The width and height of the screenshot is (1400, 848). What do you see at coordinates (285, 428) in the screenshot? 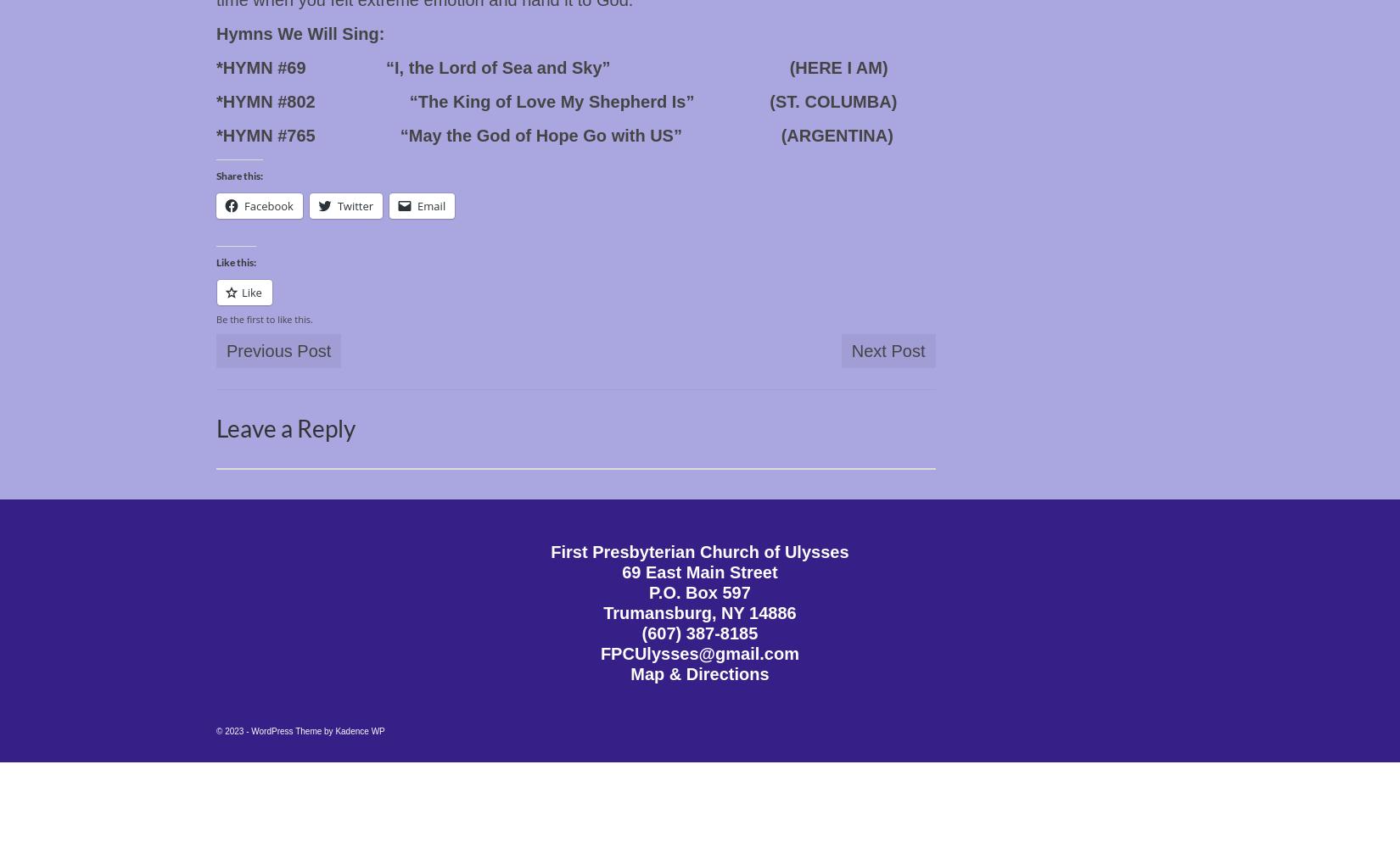
I see `'Leave a Reply'` at bounding box center [285, 428].